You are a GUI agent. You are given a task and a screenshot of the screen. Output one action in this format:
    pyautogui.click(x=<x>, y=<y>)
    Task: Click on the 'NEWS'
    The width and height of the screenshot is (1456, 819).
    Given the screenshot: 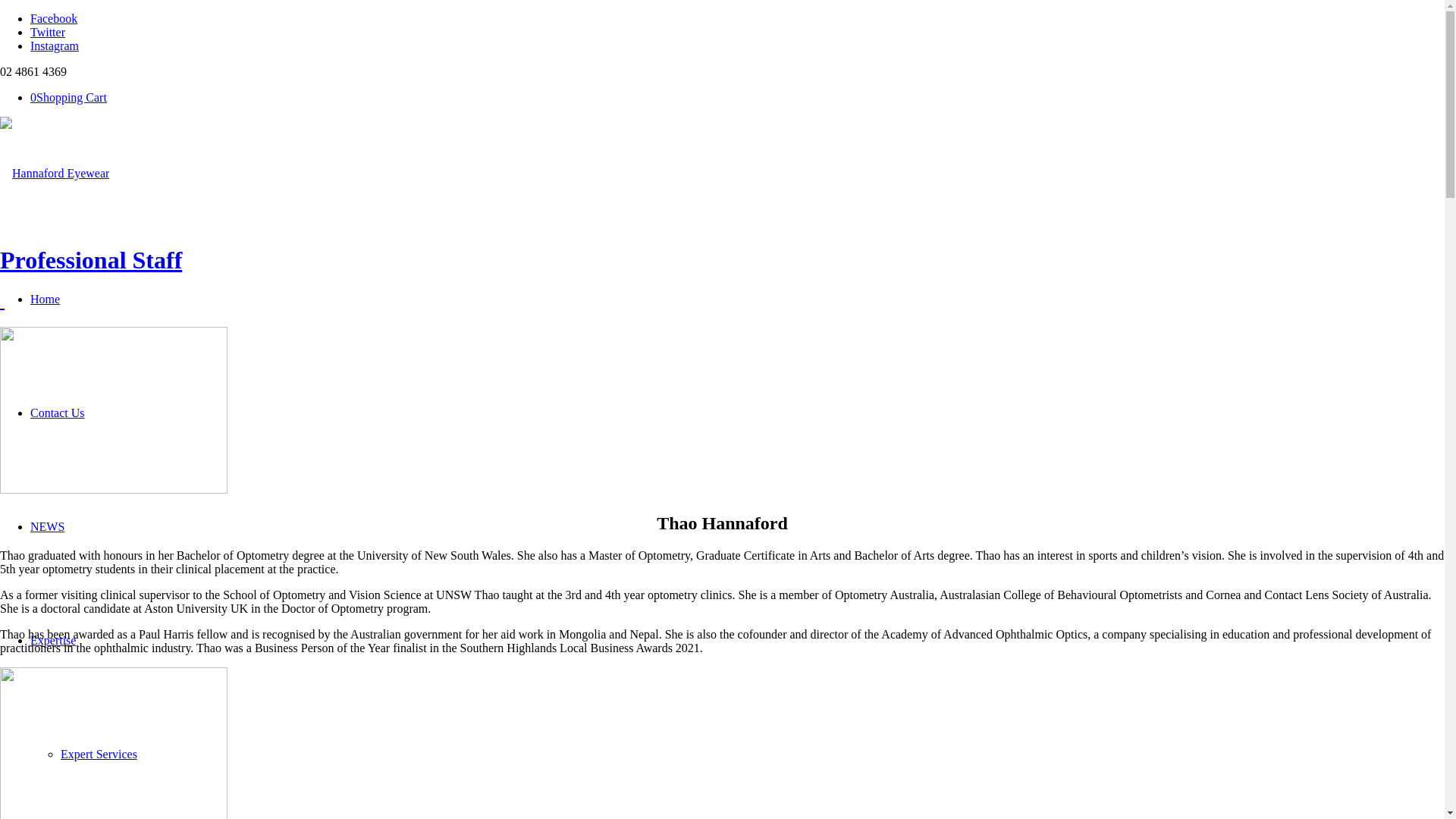 What is the action you would take?
    pyautogui.click(x=47, y=526)
    